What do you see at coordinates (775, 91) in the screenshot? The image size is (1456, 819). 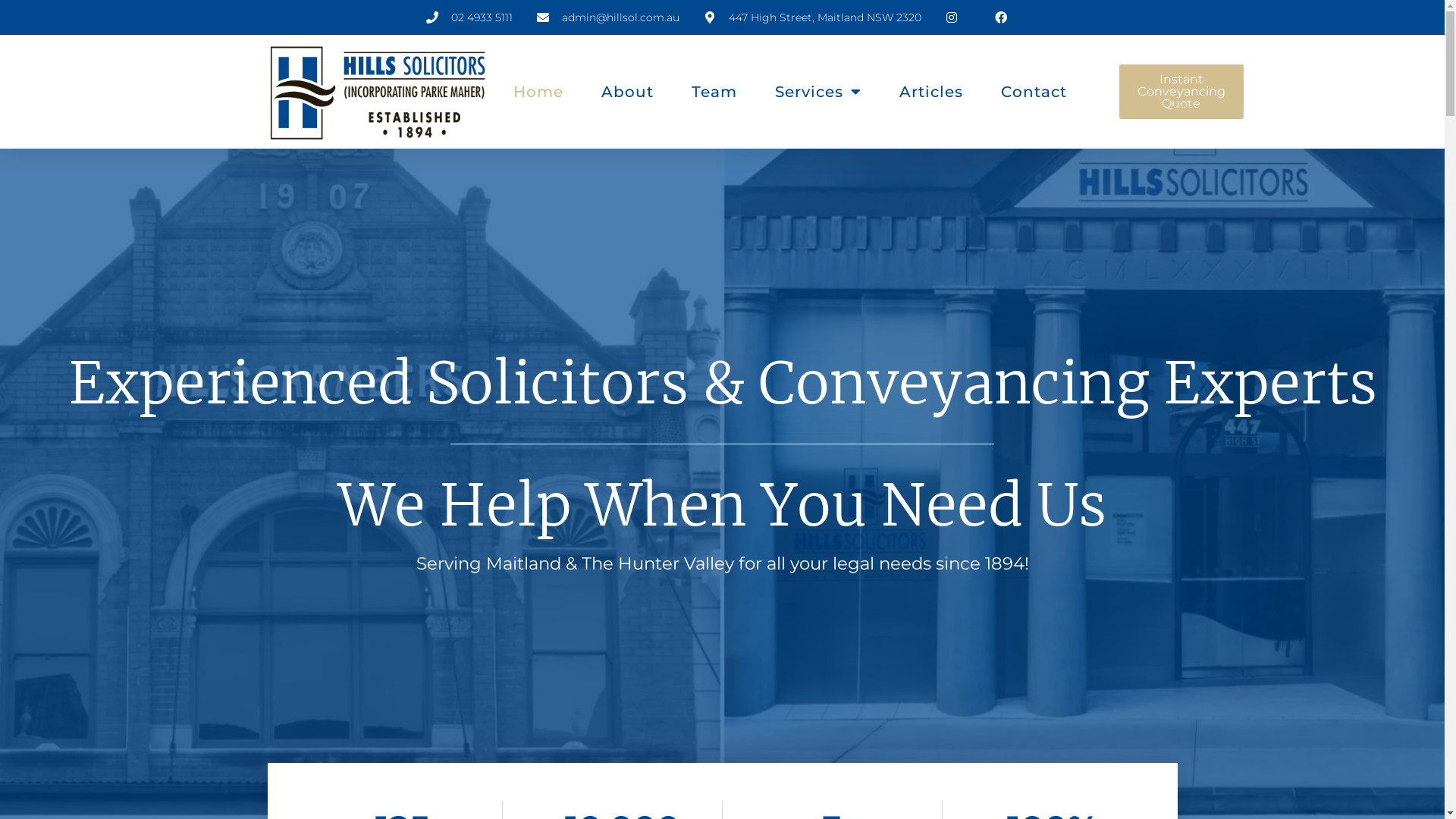 I see `'Services'` at bounding box center [775, 91].